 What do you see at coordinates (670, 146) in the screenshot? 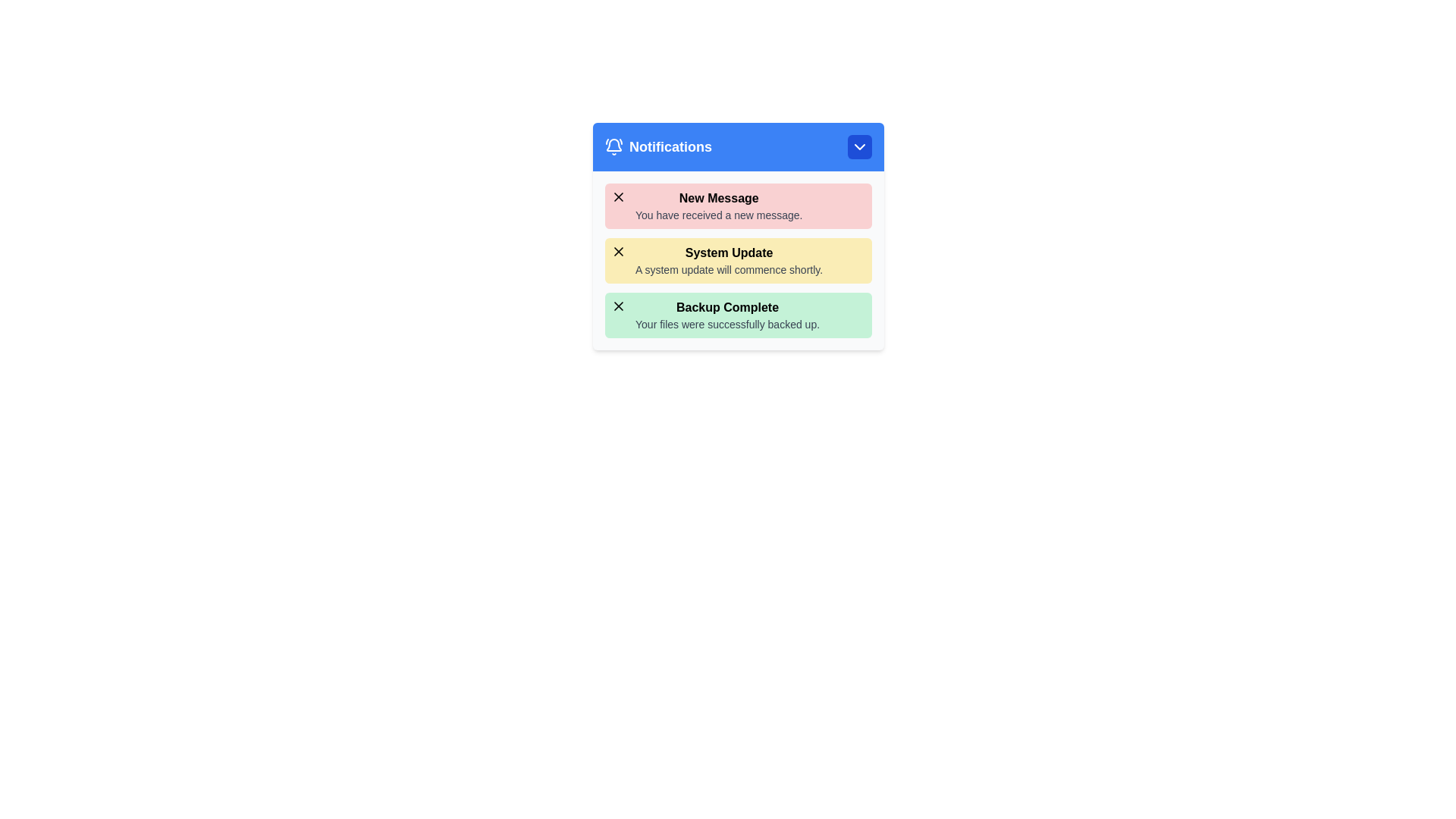
I see `the 'Notifications' text label located in the blue header bar, positioned to the right of the bell icon and to the left of a dropdown control arrow` at bounding box center [670, 146].